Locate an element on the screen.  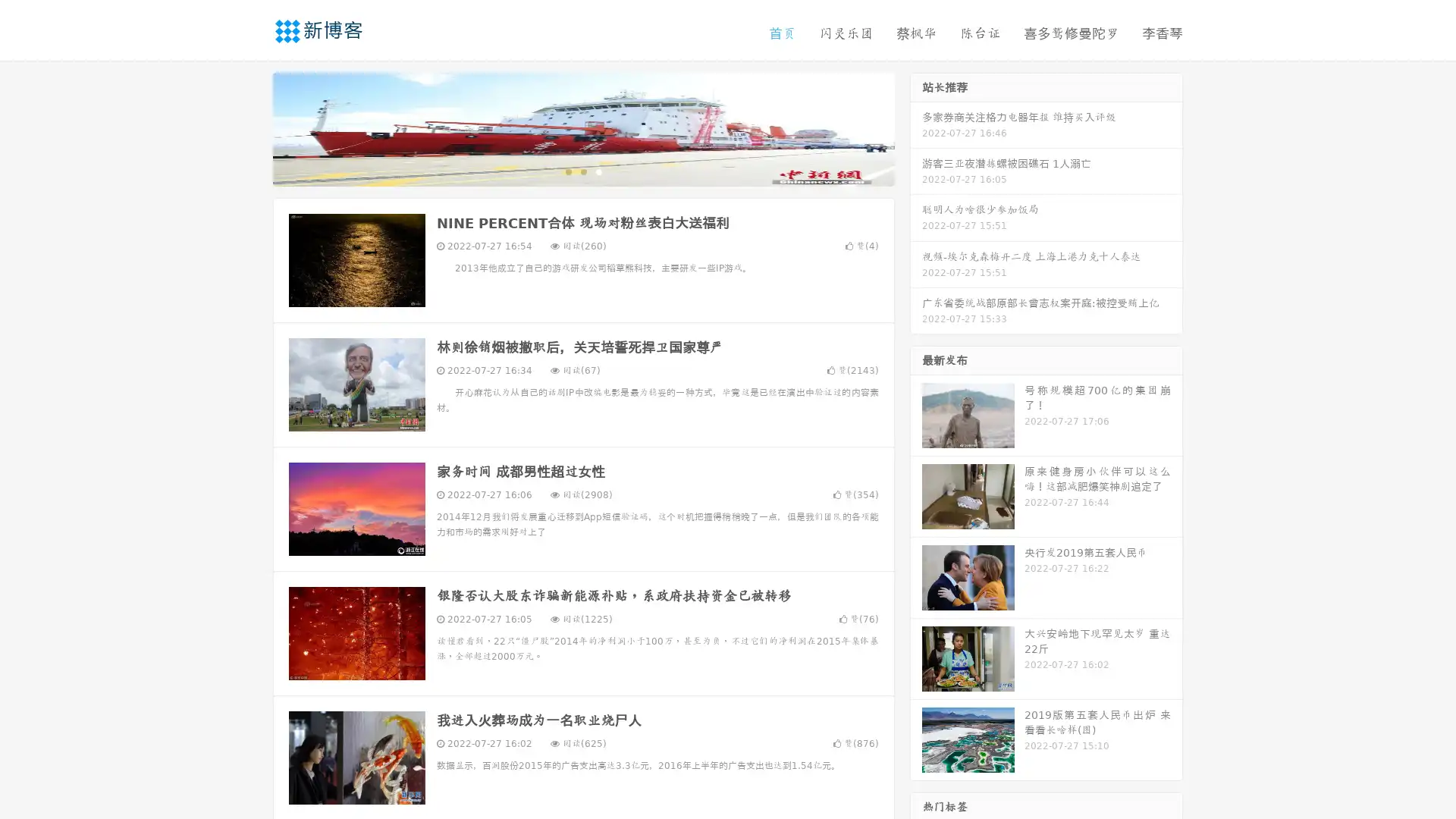
Previous slide is located at coordinates (250, 127).